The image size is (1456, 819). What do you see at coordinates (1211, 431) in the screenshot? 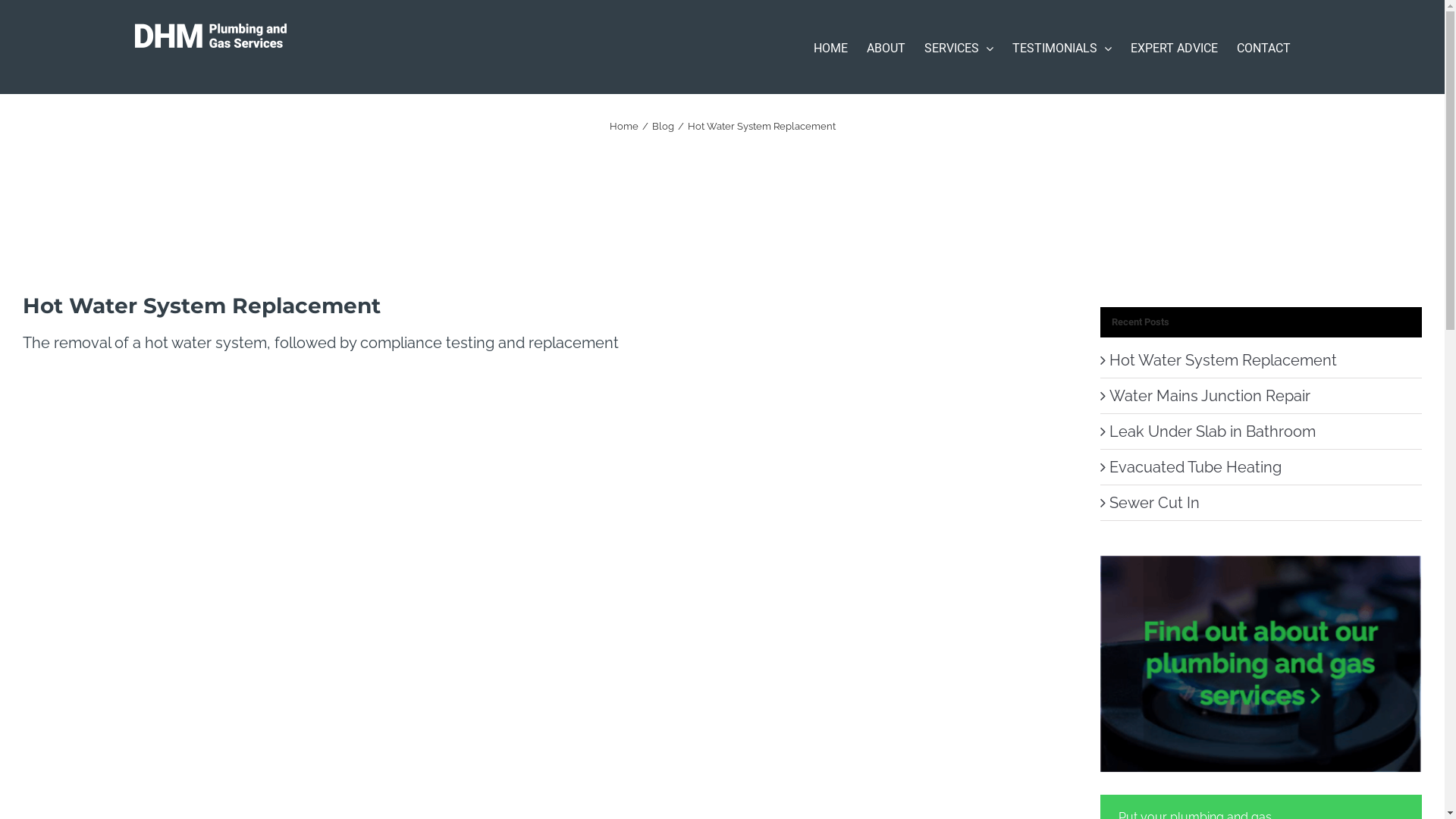
I see `'Leak Under Slab in Bathroom'` at bounding box center [1211, 431].